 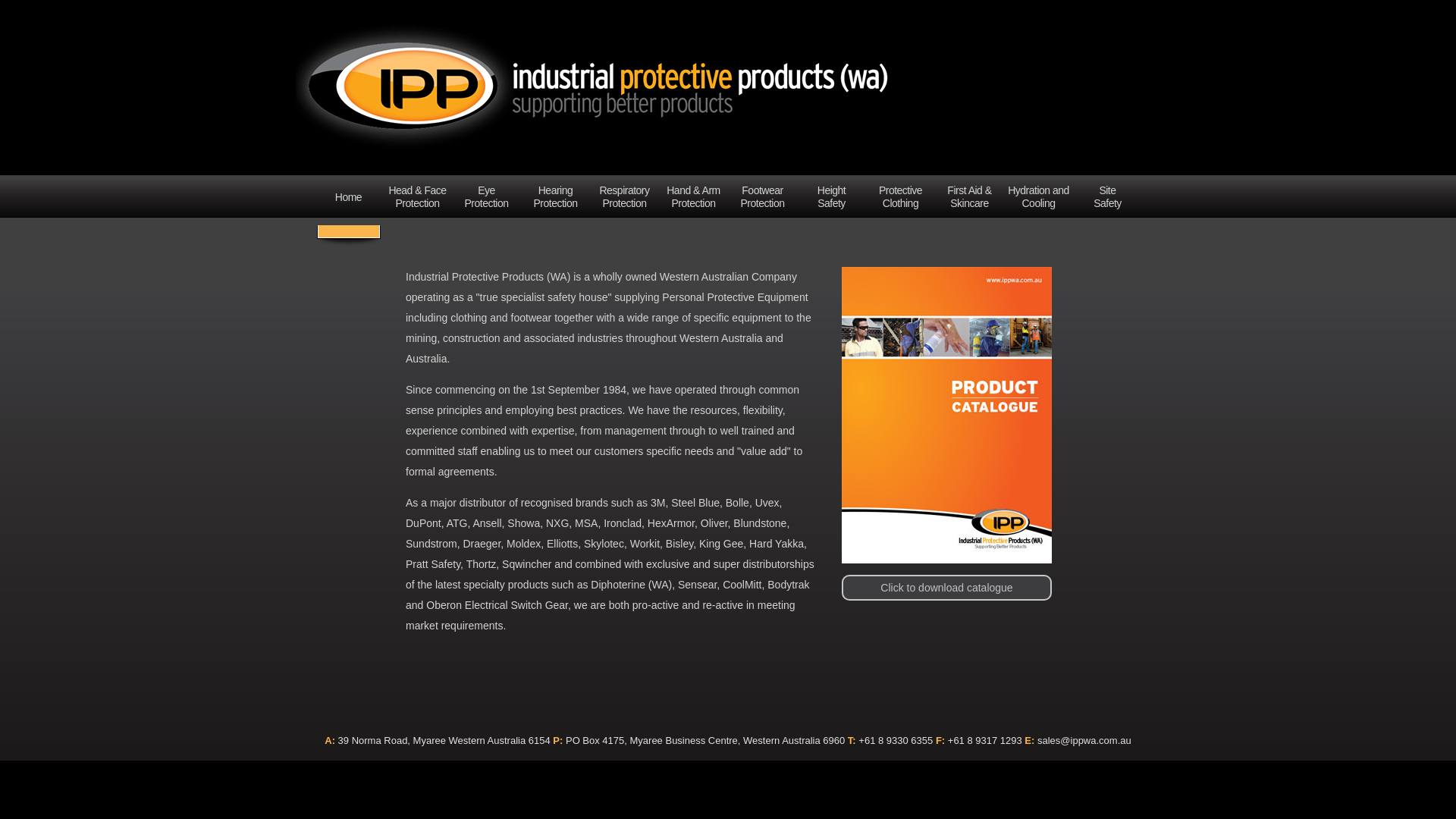 What do you see at coordinates (417, 196) in the screenshot?
I see `'Head & Face Protection'` at bounding box center [417, 196].